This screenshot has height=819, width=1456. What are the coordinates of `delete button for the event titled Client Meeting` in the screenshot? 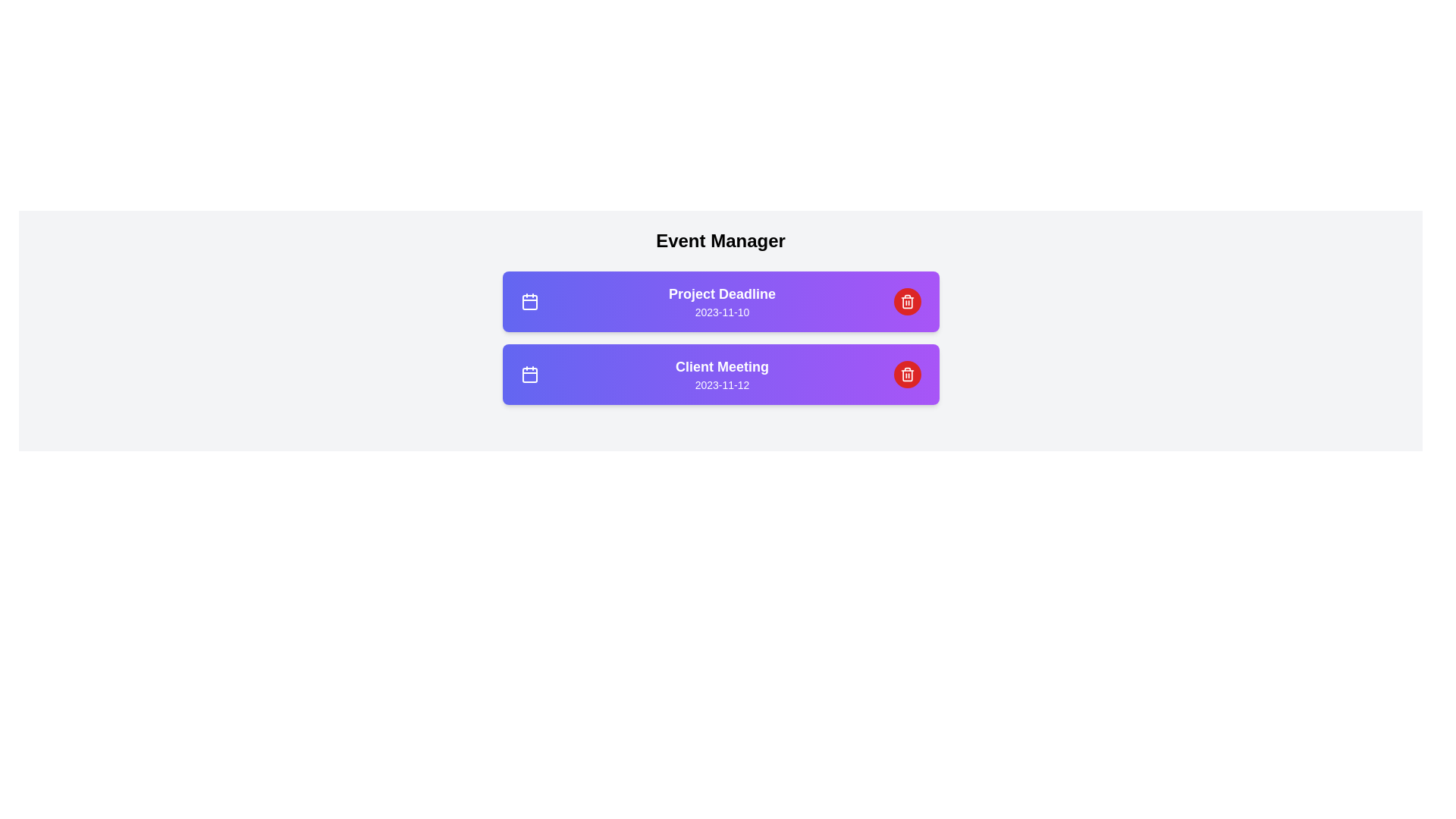 It's located at (907, 374).